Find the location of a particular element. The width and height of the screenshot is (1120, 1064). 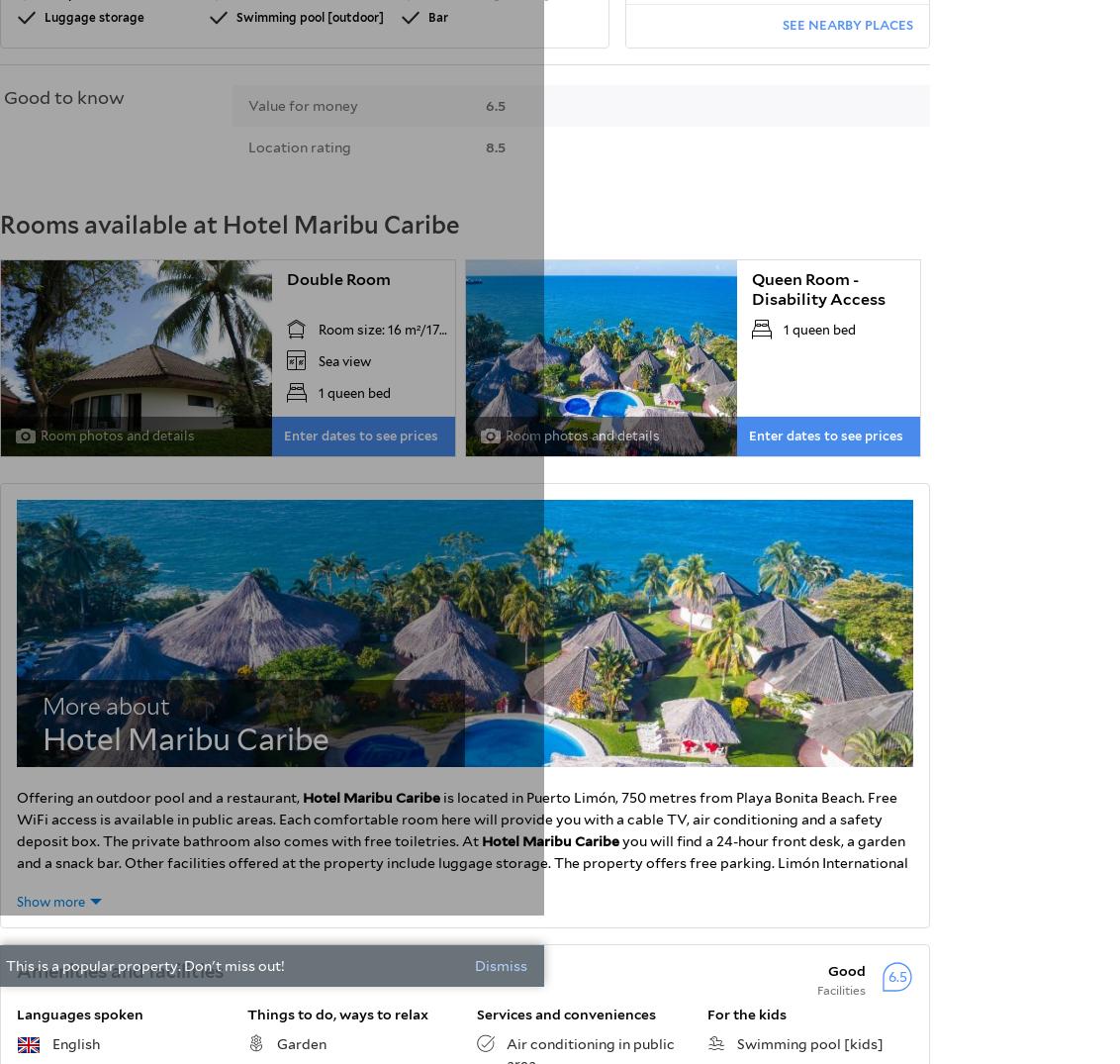

'Room size: 16 m²/172 ft²' is located at coordinates (390, 328).